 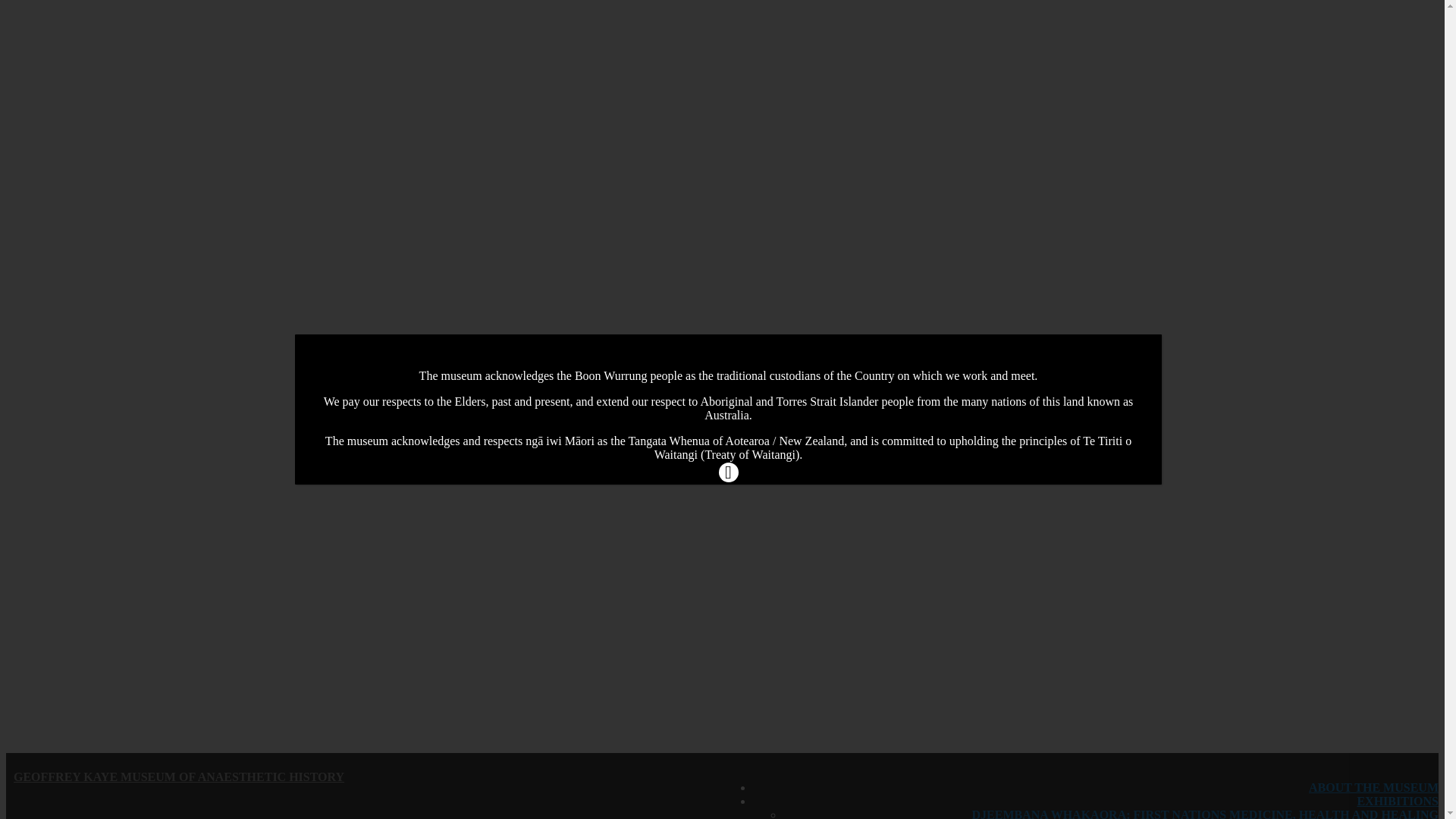 What do you see at coordinates (1308, 786) in the screenshot?
I see `'ABOUT THE MUSEUM'` at bounding box center [1308, 786].